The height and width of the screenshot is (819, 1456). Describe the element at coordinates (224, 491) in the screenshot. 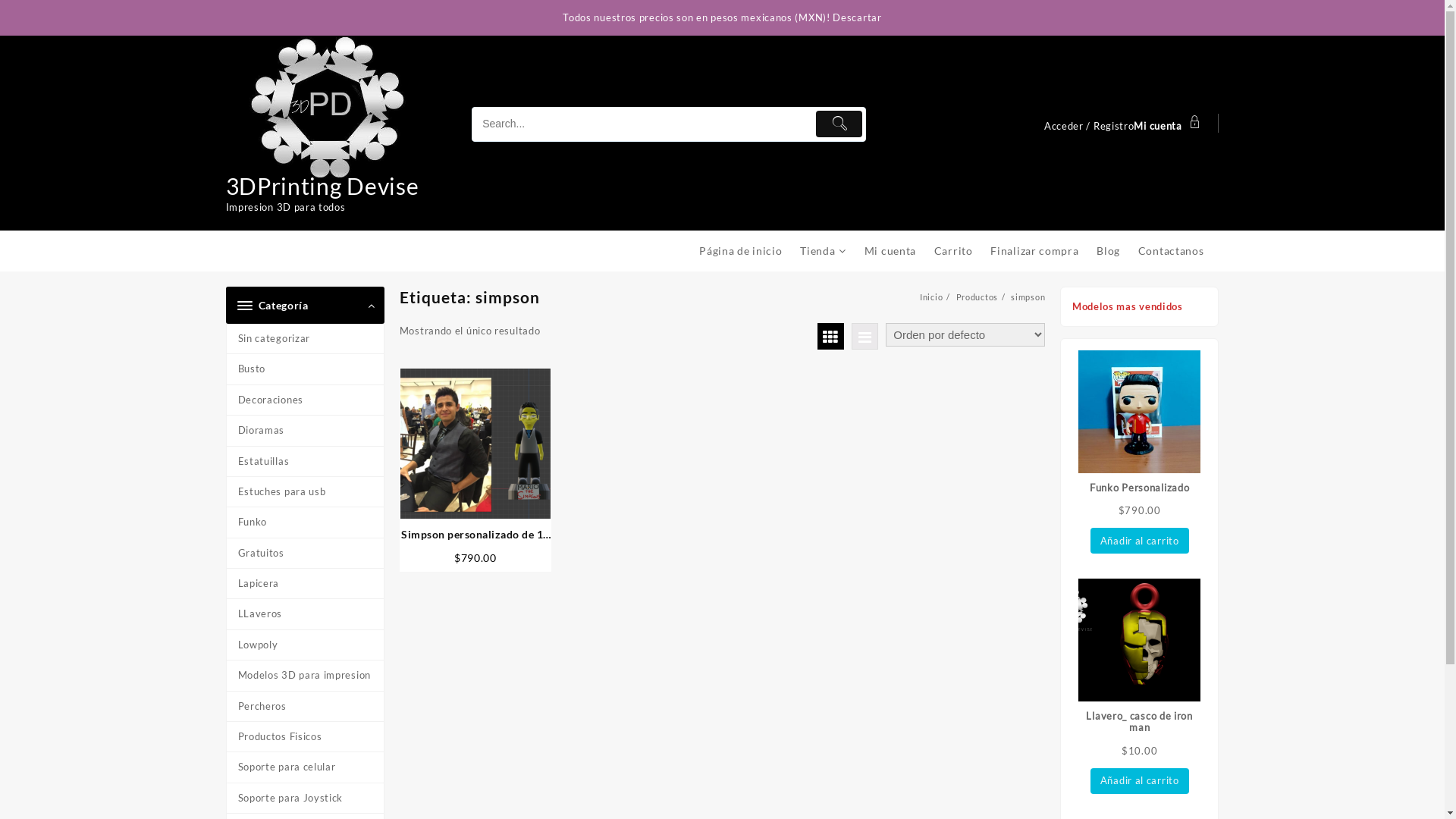

I see `'Estuches para usb'` at that location.